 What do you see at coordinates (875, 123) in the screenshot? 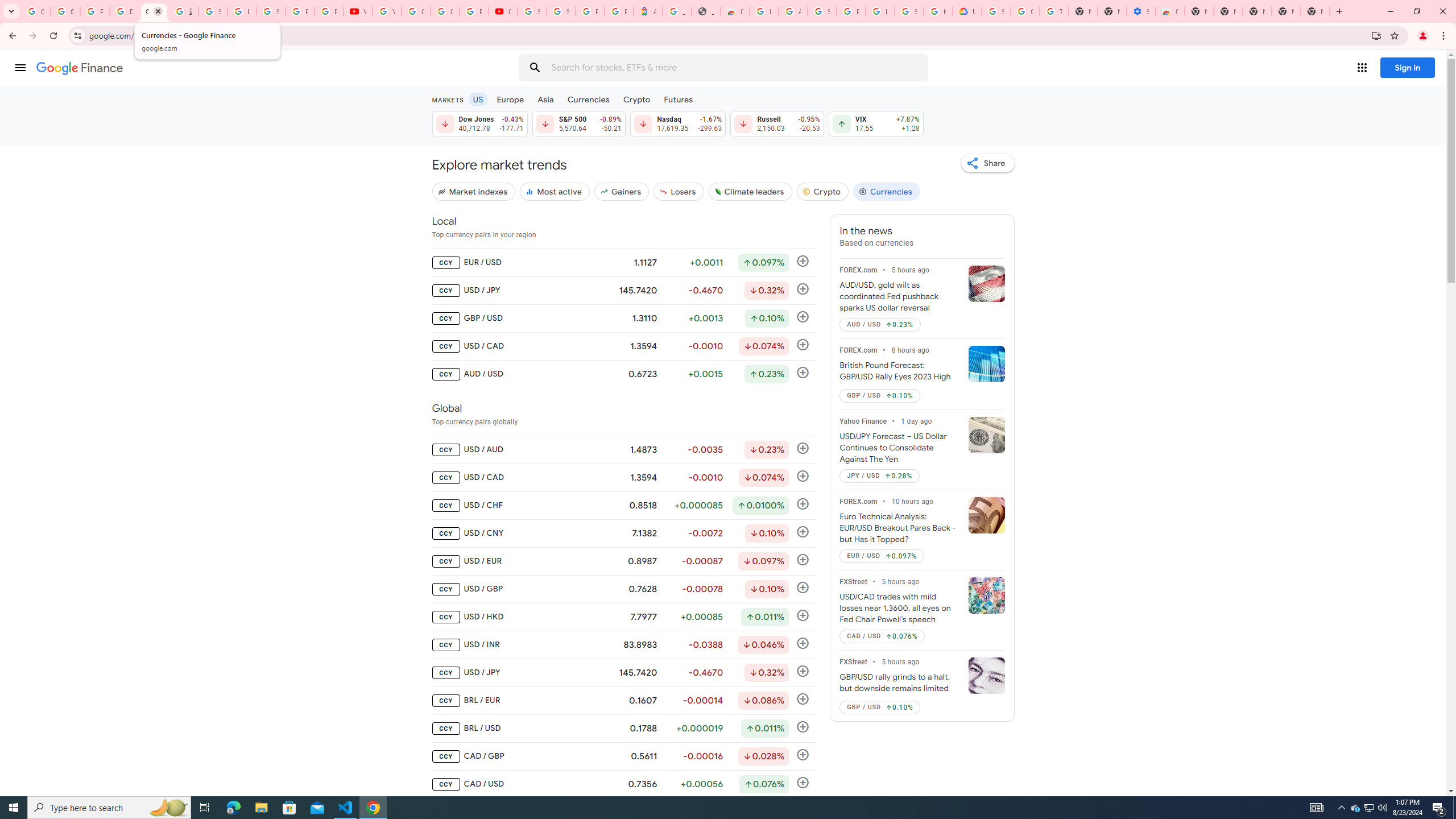
I see `'VIX 17.55 Up by 7.87% +1.28'` at bounding box center [875, 123].